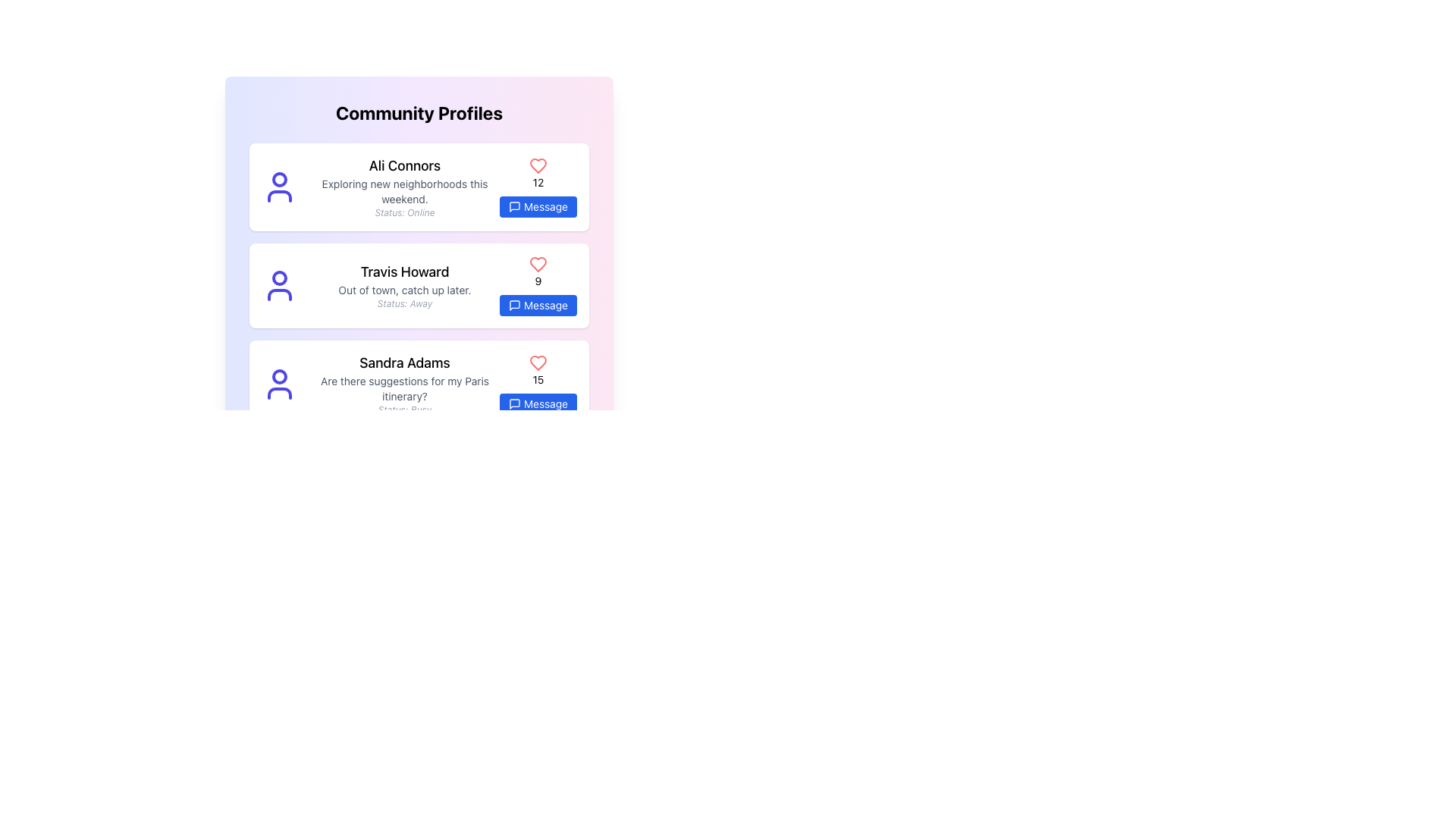  Describe the element at coordinates (538, 186) in the screenshot. I see `the red heart icon in the statistic display for Ali Connors` at that location.